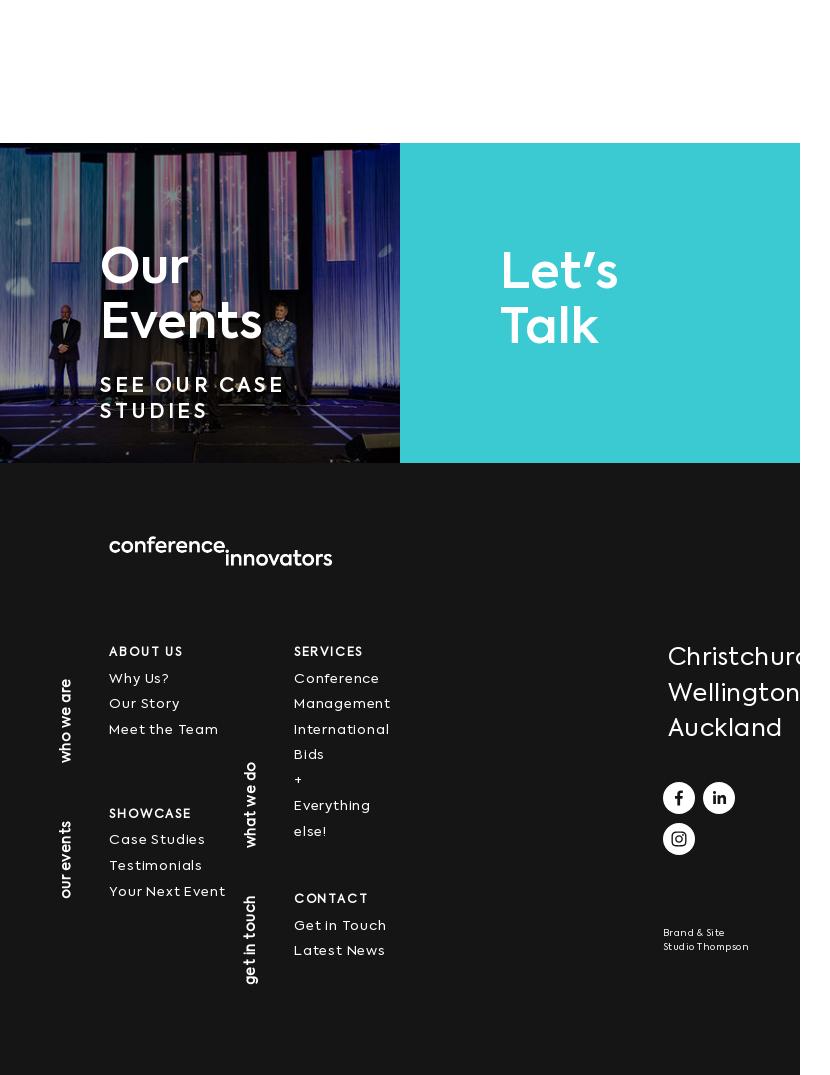  I want to click on '+ Everything else!', so click(330, 805).